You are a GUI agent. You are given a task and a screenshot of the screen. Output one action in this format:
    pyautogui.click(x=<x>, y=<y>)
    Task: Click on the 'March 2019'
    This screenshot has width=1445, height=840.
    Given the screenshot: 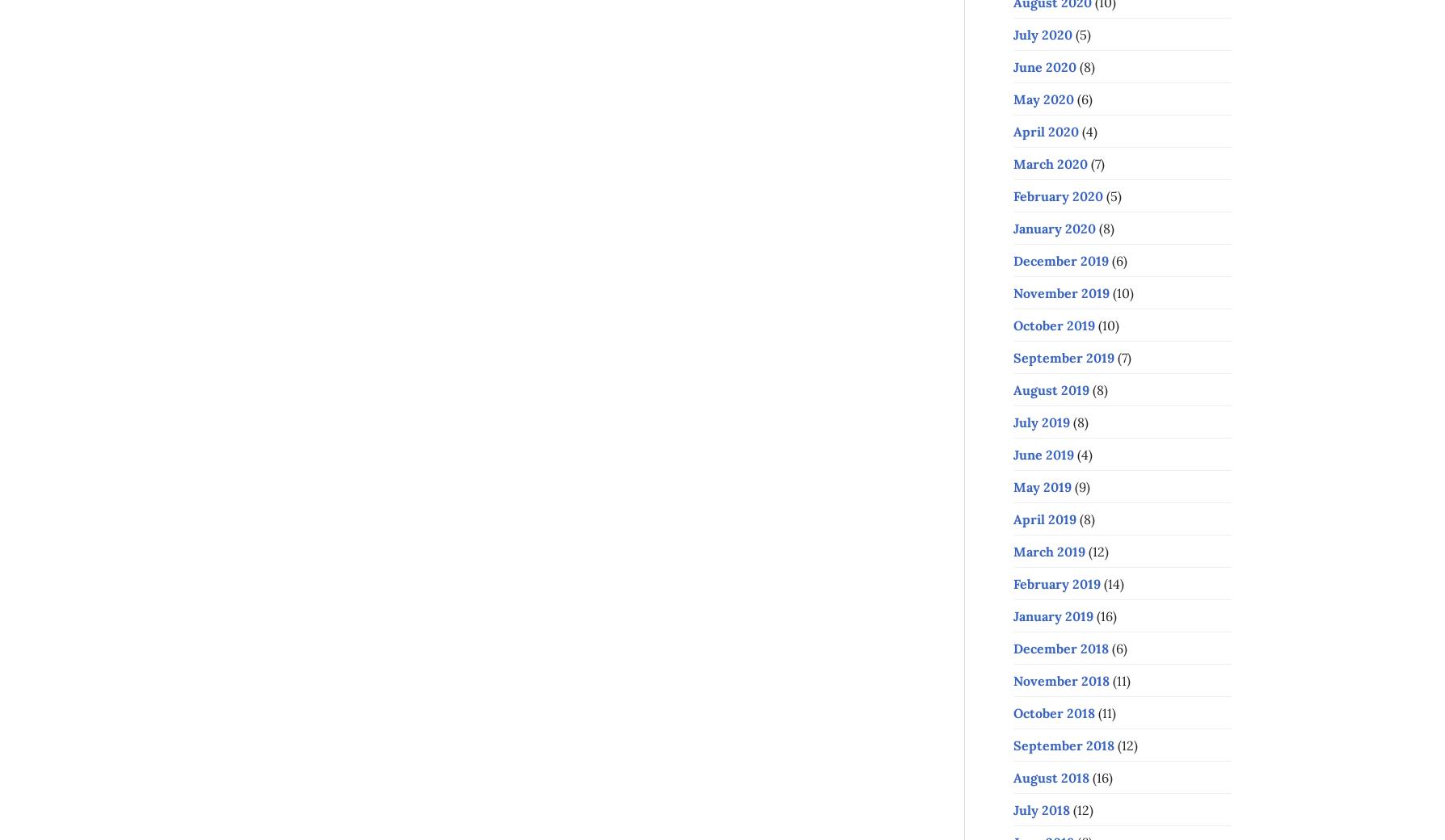 What is the action you would take?
    pyautogui.click(x=1048, y=551)
    